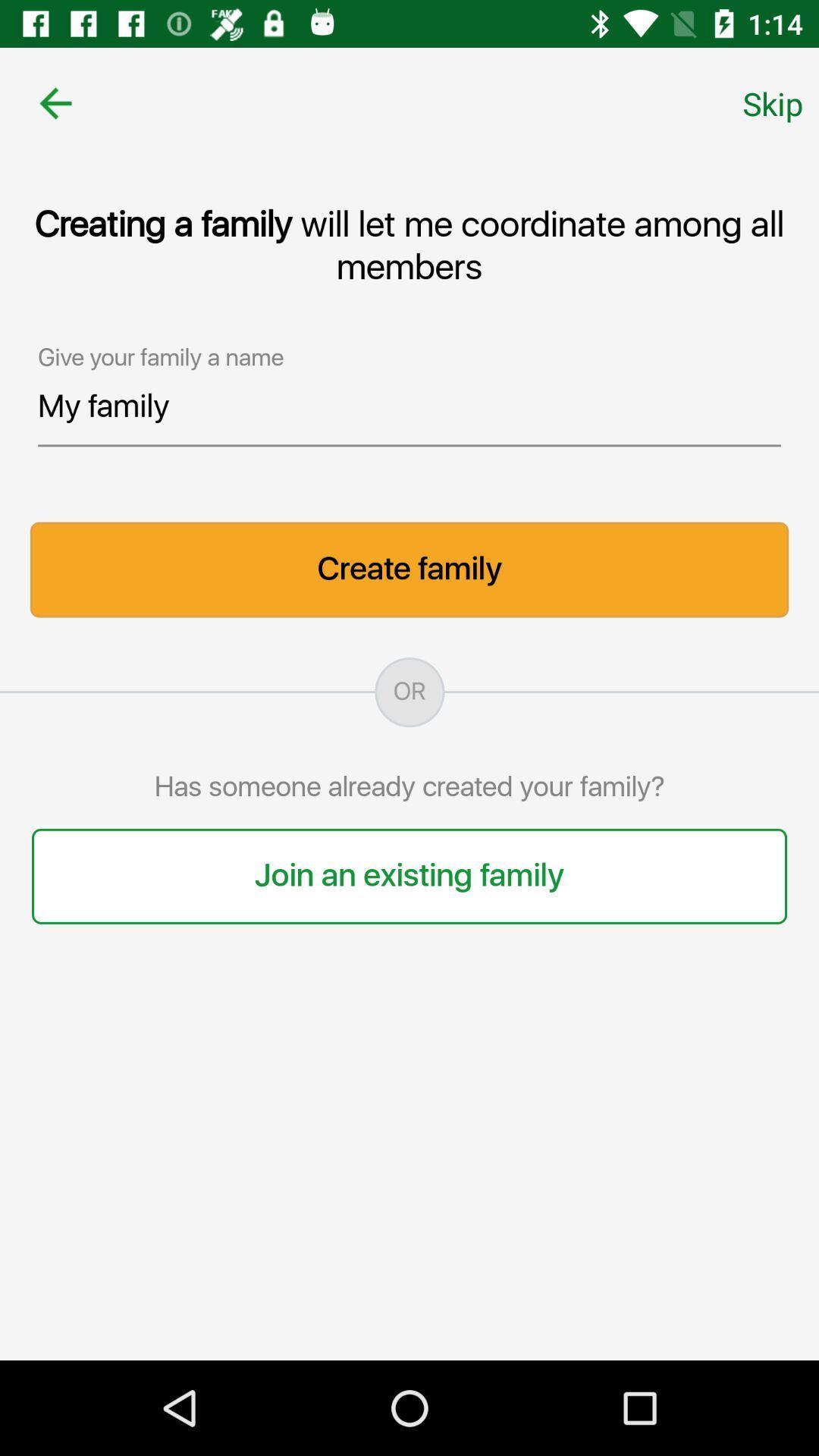  What do you see at coordinates (409, 692) in the screenshot?
I see `the item below create family icon` at bounding box center [409, 692].